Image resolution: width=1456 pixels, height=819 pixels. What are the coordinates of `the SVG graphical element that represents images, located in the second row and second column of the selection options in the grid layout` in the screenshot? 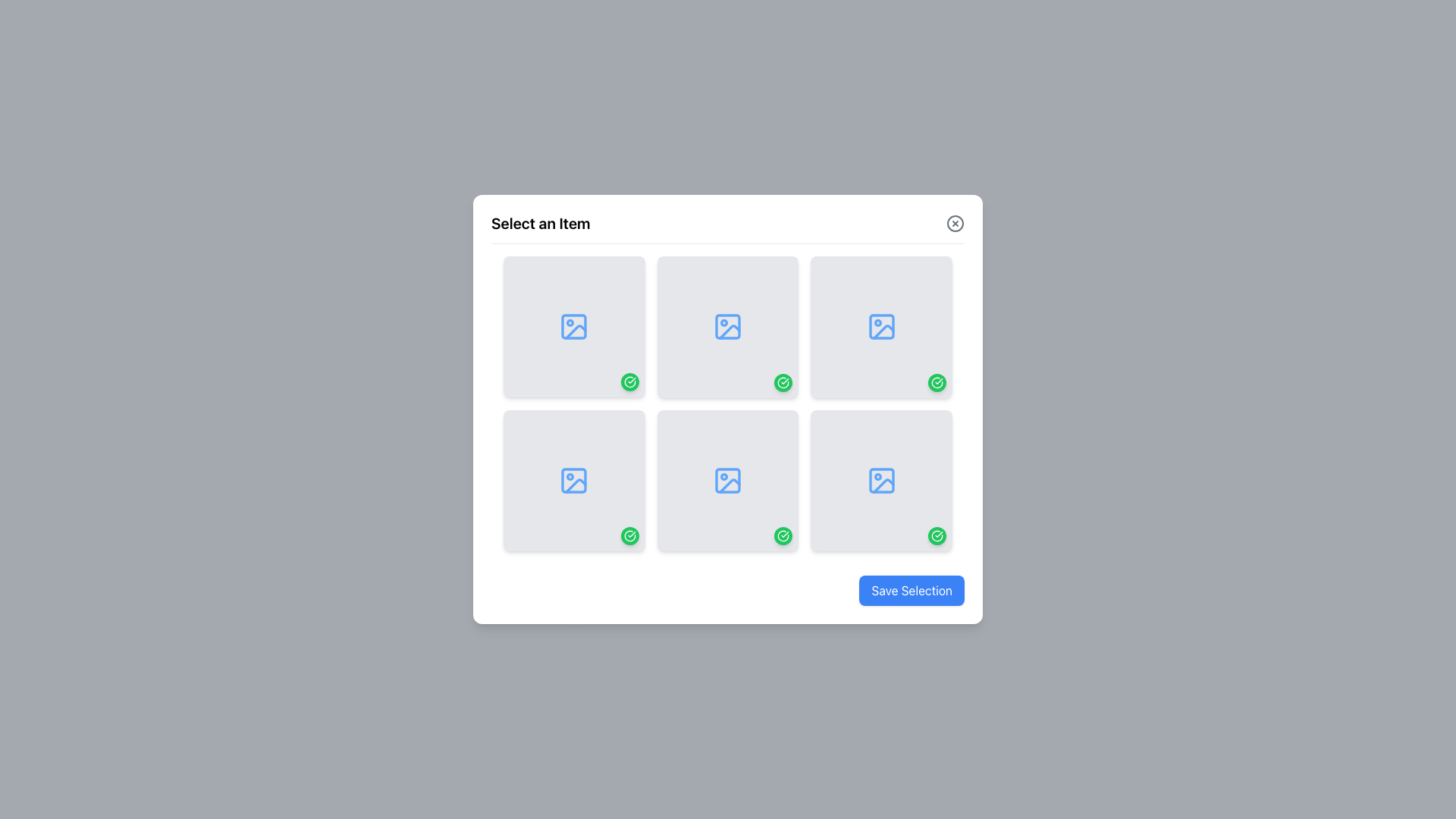 It's located at (728, 326).